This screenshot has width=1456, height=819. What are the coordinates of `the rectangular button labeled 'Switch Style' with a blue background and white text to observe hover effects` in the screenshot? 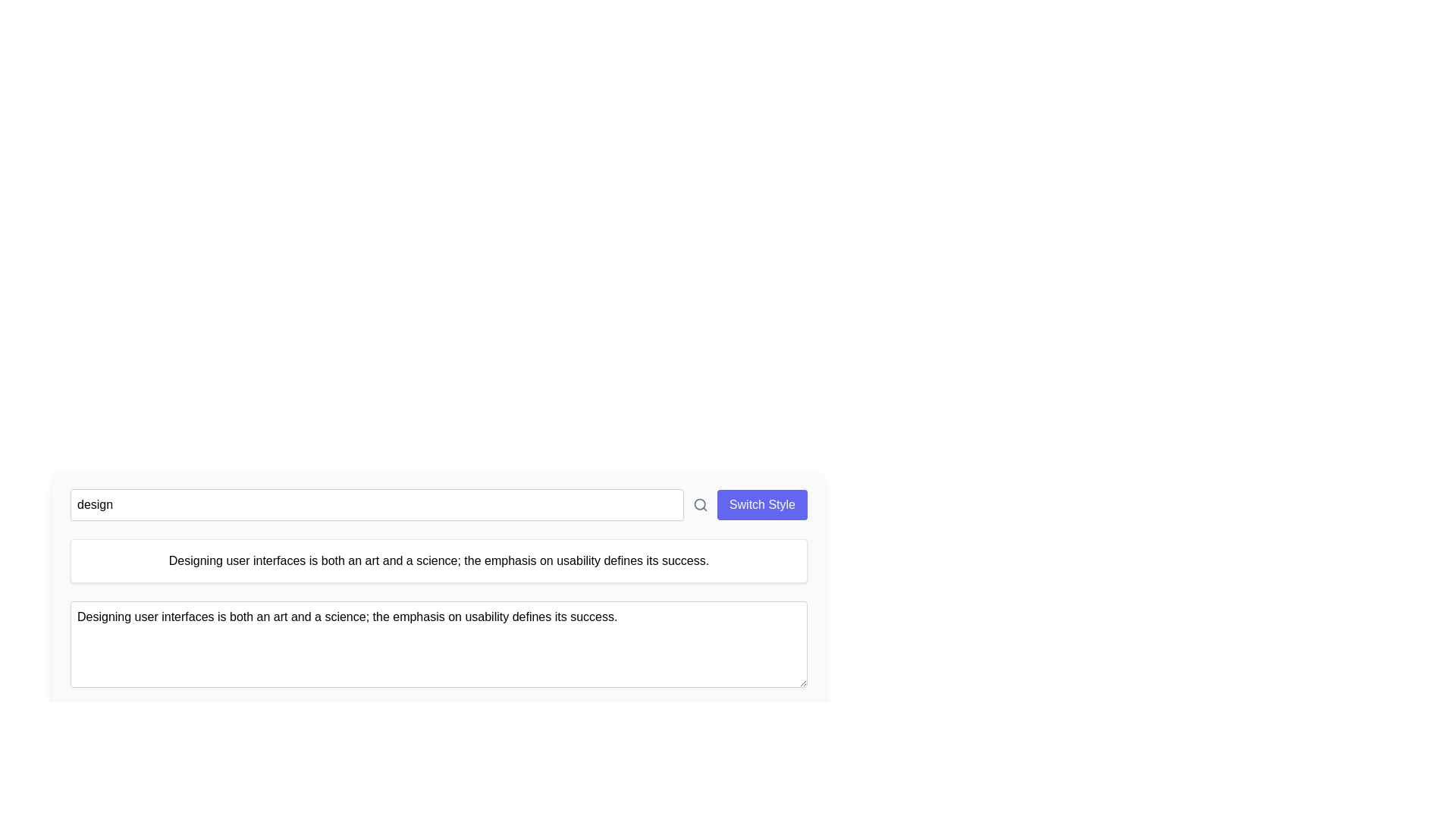 It's located at (762, 505).